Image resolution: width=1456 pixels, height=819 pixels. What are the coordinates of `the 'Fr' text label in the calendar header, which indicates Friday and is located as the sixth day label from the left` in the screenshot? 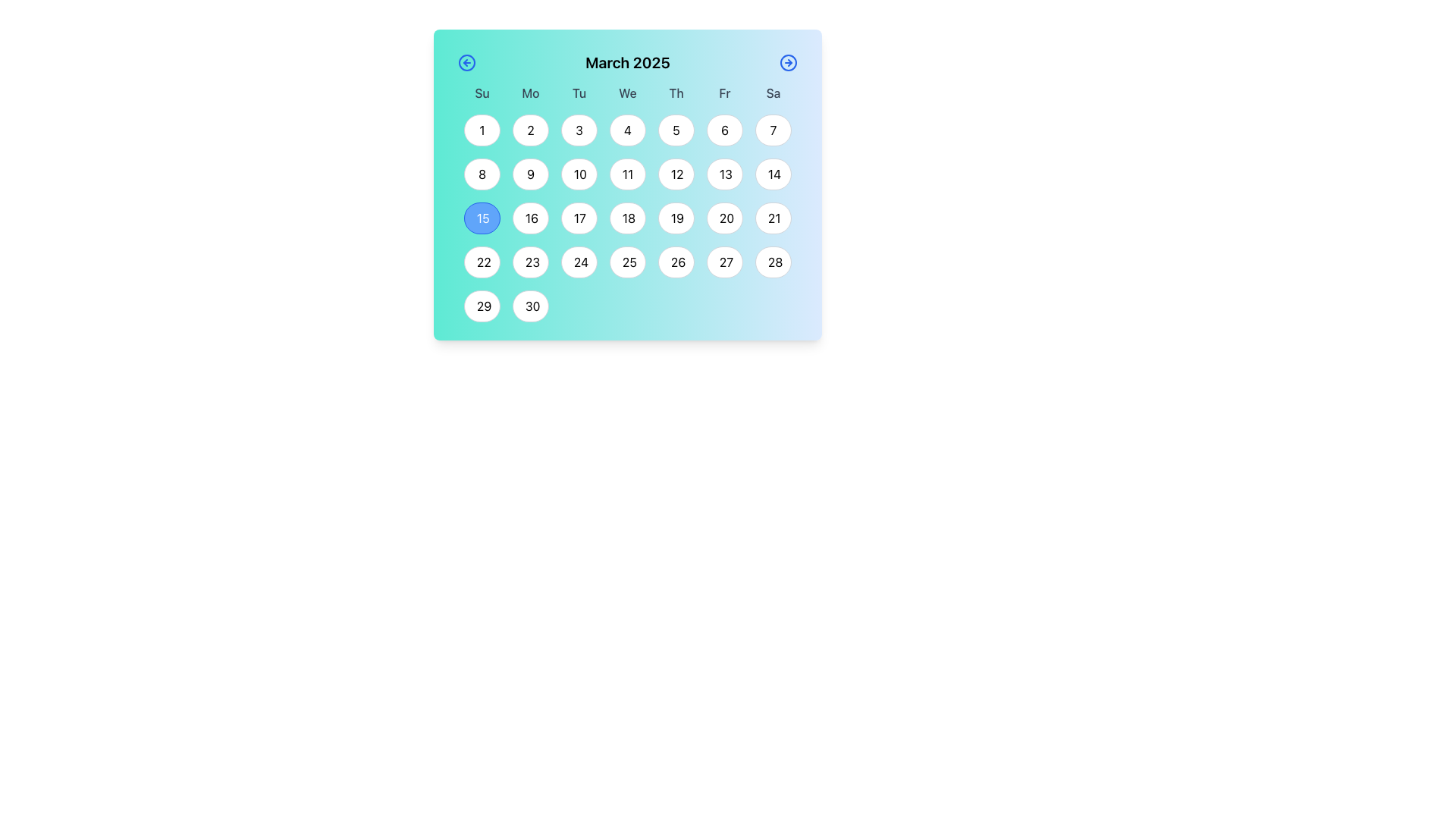 It's located at (723, 93).